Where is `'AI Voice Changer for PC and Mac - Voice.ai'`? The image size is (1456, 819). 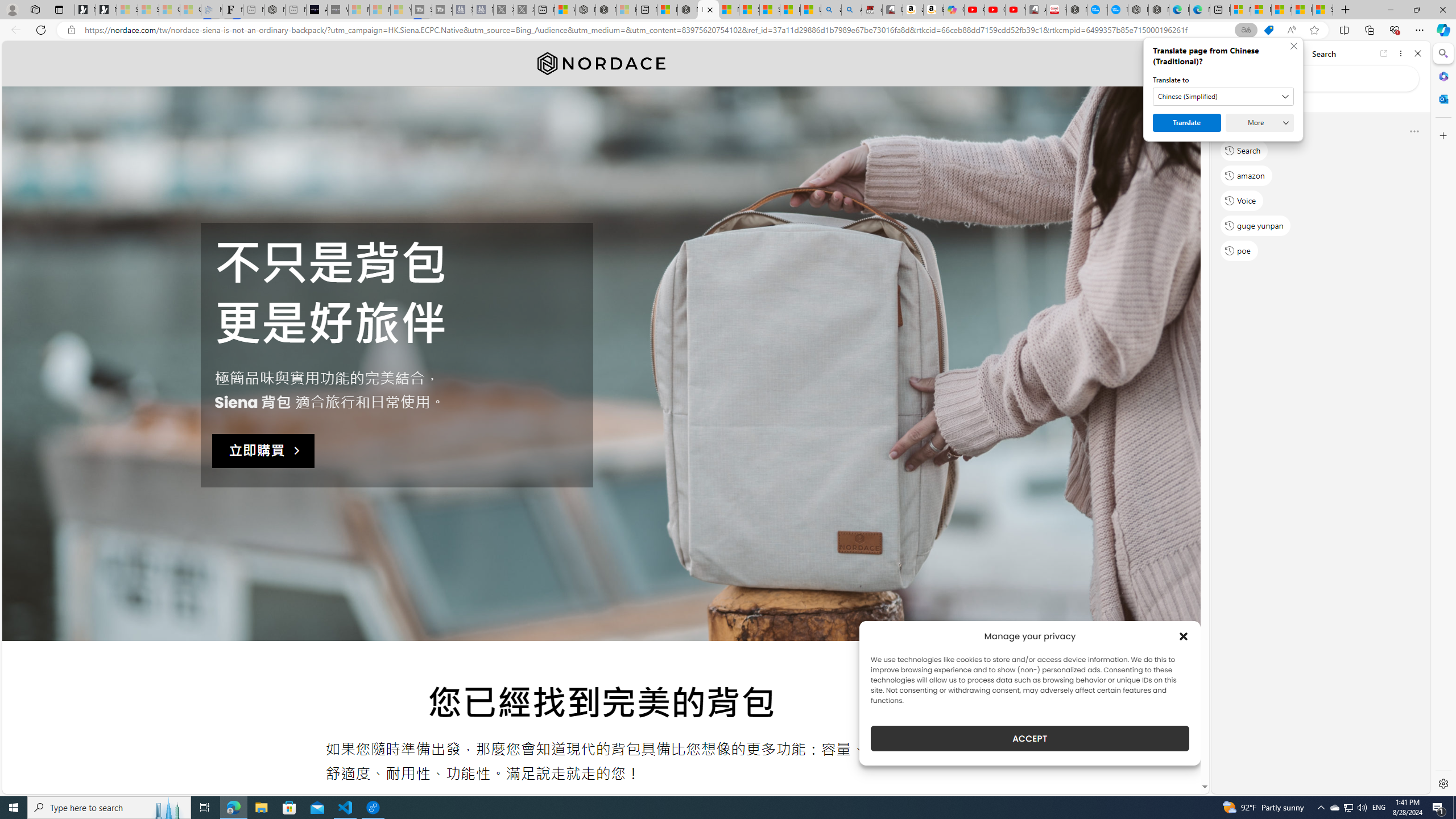
'AI Voice Changer for PC and Mac - Voice.ai' is located at coordinates (316, 9).